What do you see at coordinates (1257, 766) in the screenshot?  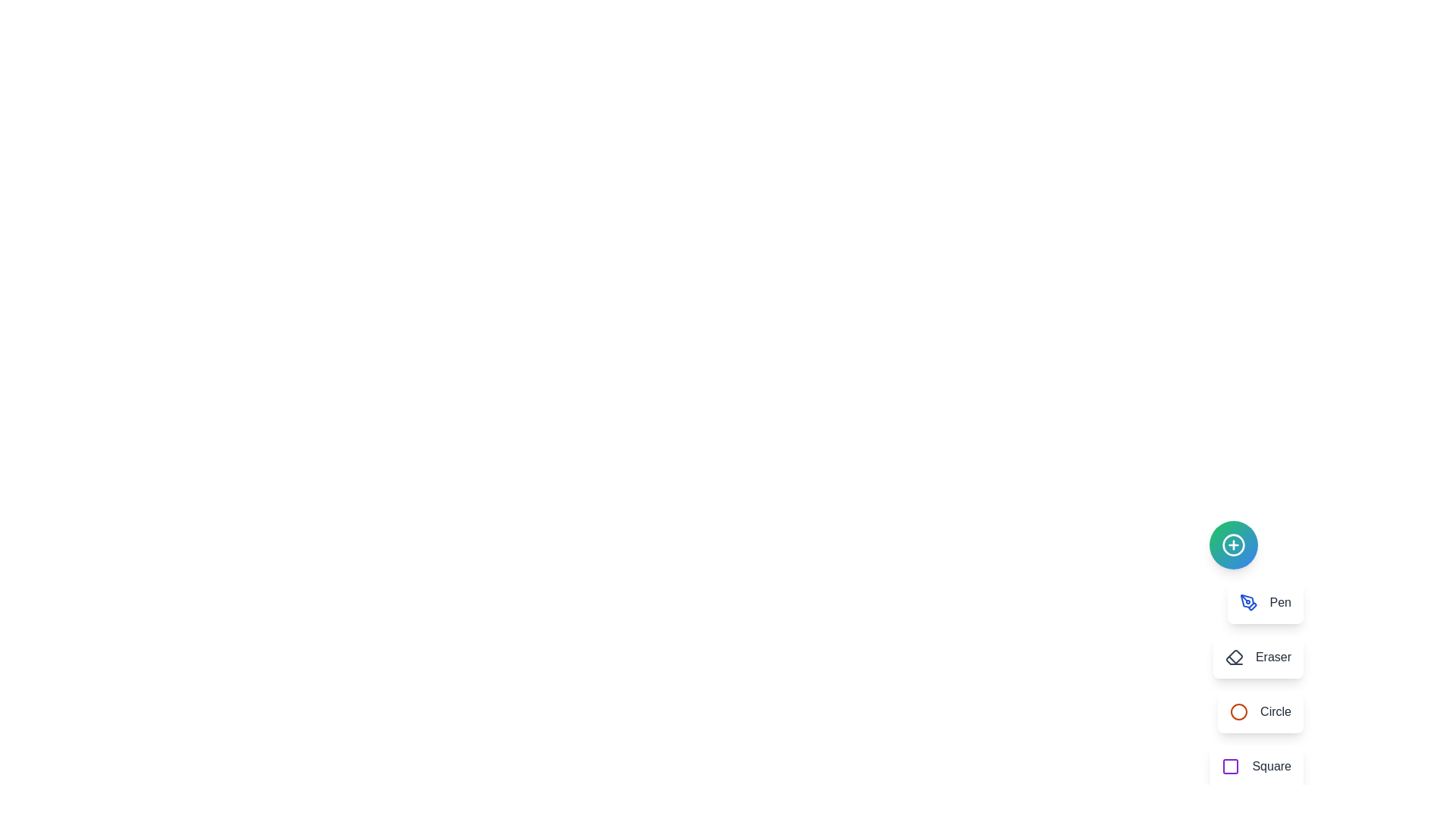 I see `the Square button to select the corresponding drawing tool` at bounding box center [1257, 766].